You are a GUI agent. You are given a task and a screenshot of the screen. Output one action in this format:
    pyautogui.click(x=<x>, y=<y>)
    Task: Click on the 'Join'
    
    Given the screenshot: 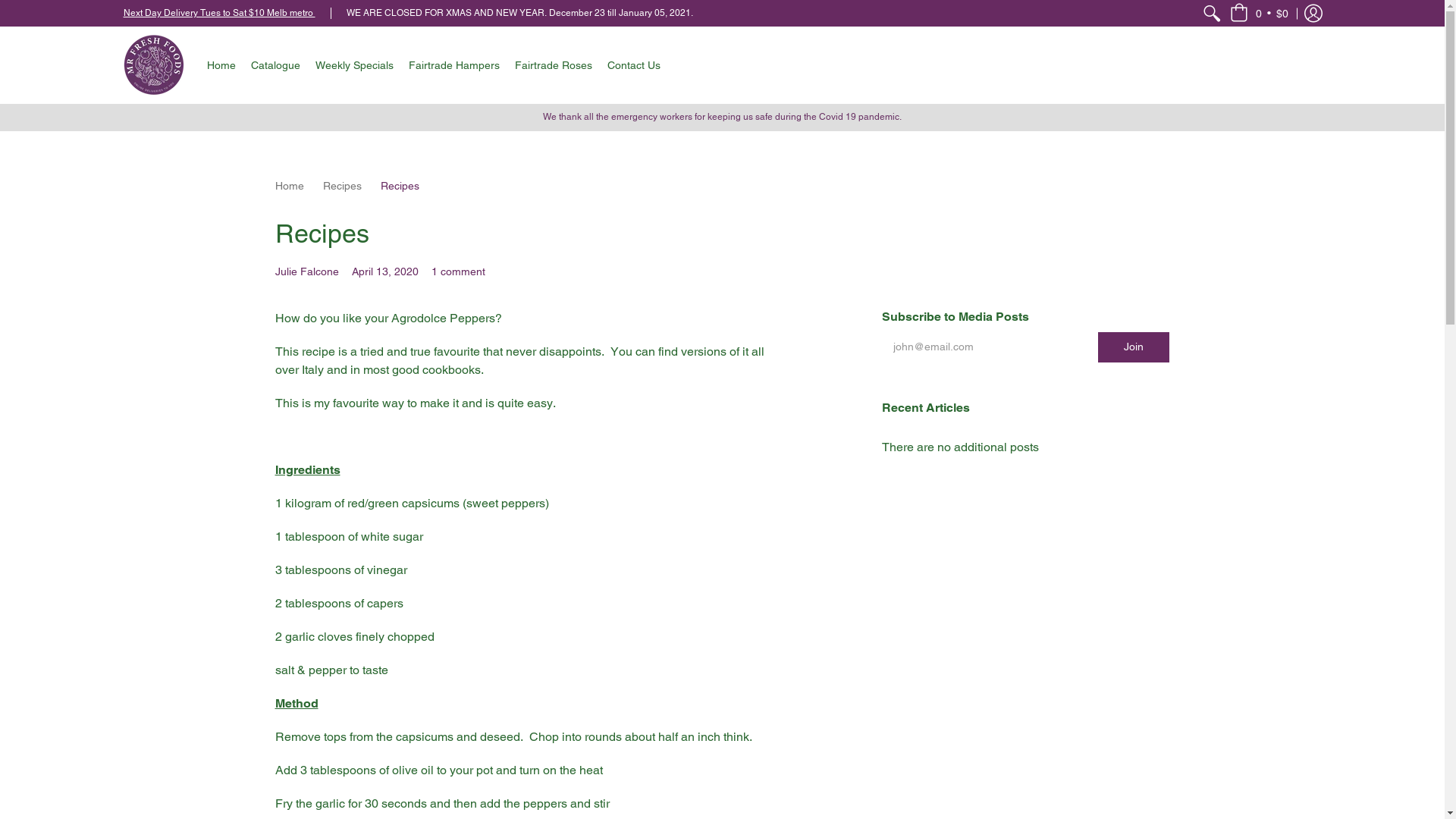 What is the action you would take?
    pyautogui.click(x=1134, y=347)
    